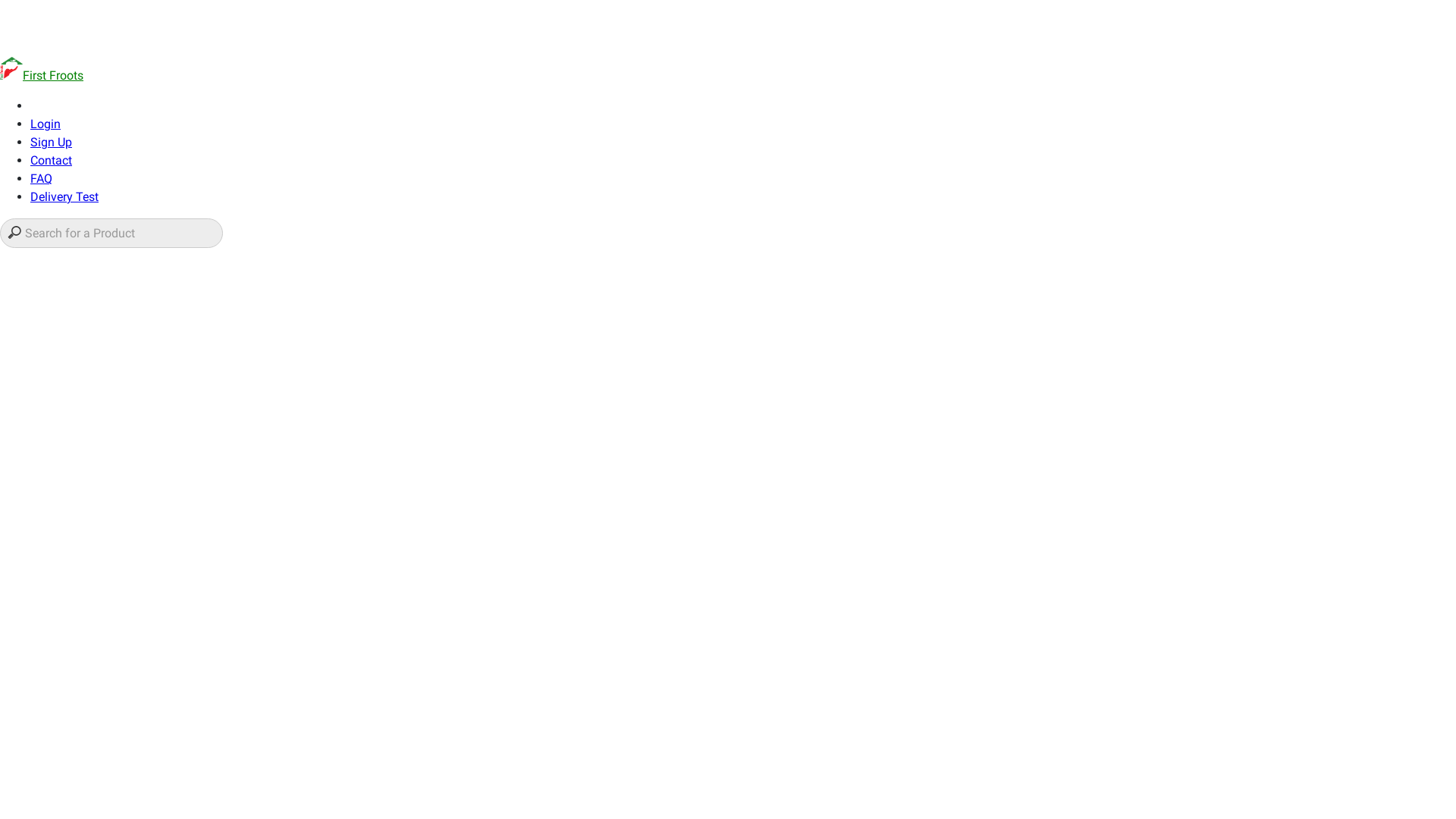  I want to click on 'Login', so click(45, 123).